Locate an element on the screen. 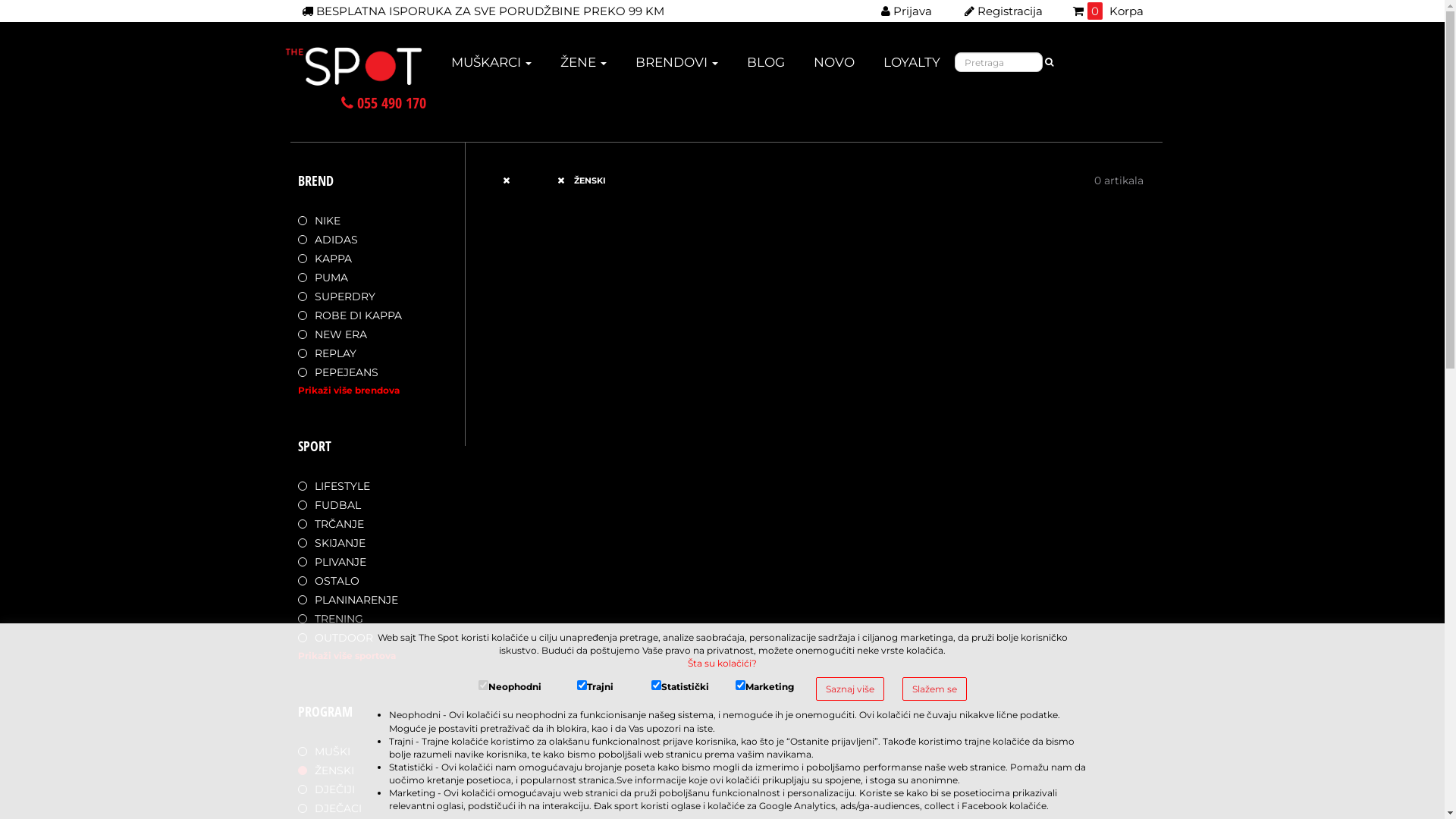  'Registracija' is located at coordinates (1003, 11).